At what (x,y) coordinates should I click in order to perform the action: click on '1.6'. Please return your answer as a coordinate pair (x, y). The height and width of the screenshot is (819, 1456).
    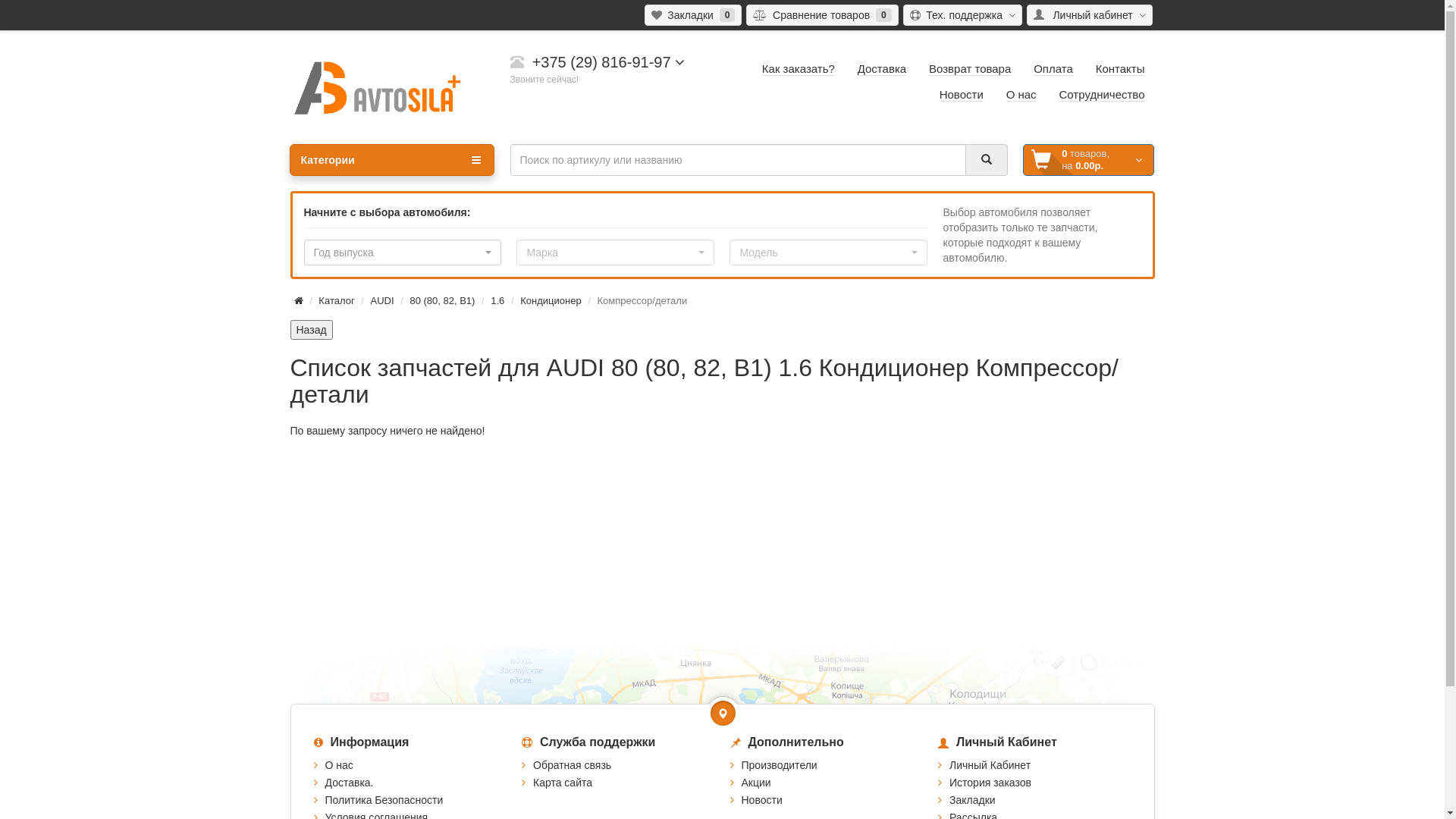
    Looking at the image, I should click on (497, 300).